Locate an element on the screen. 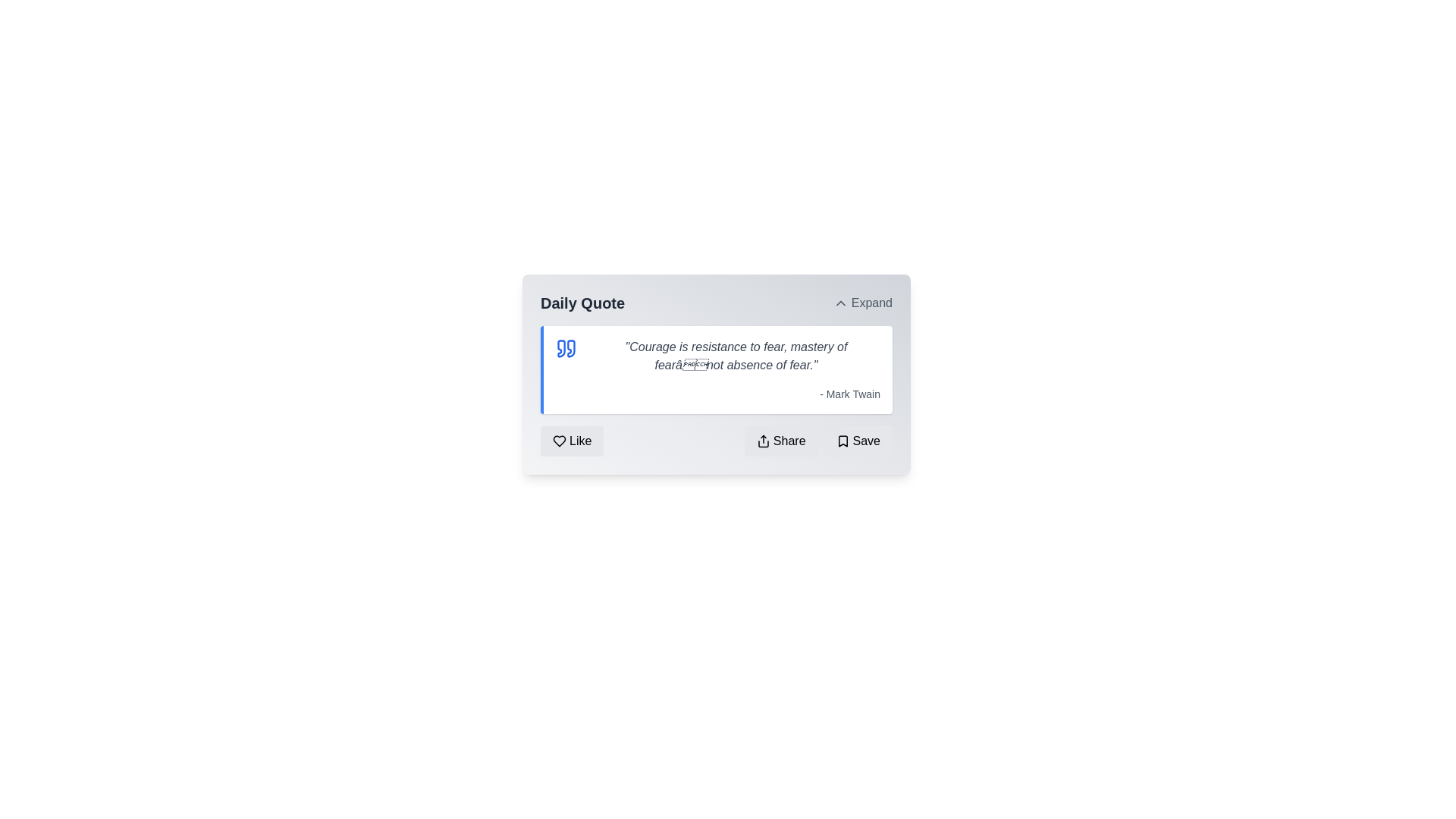  or highlight the motivational quote text displayed above the attribution '- Mark Twain.' is located at coordinates (736, 356).